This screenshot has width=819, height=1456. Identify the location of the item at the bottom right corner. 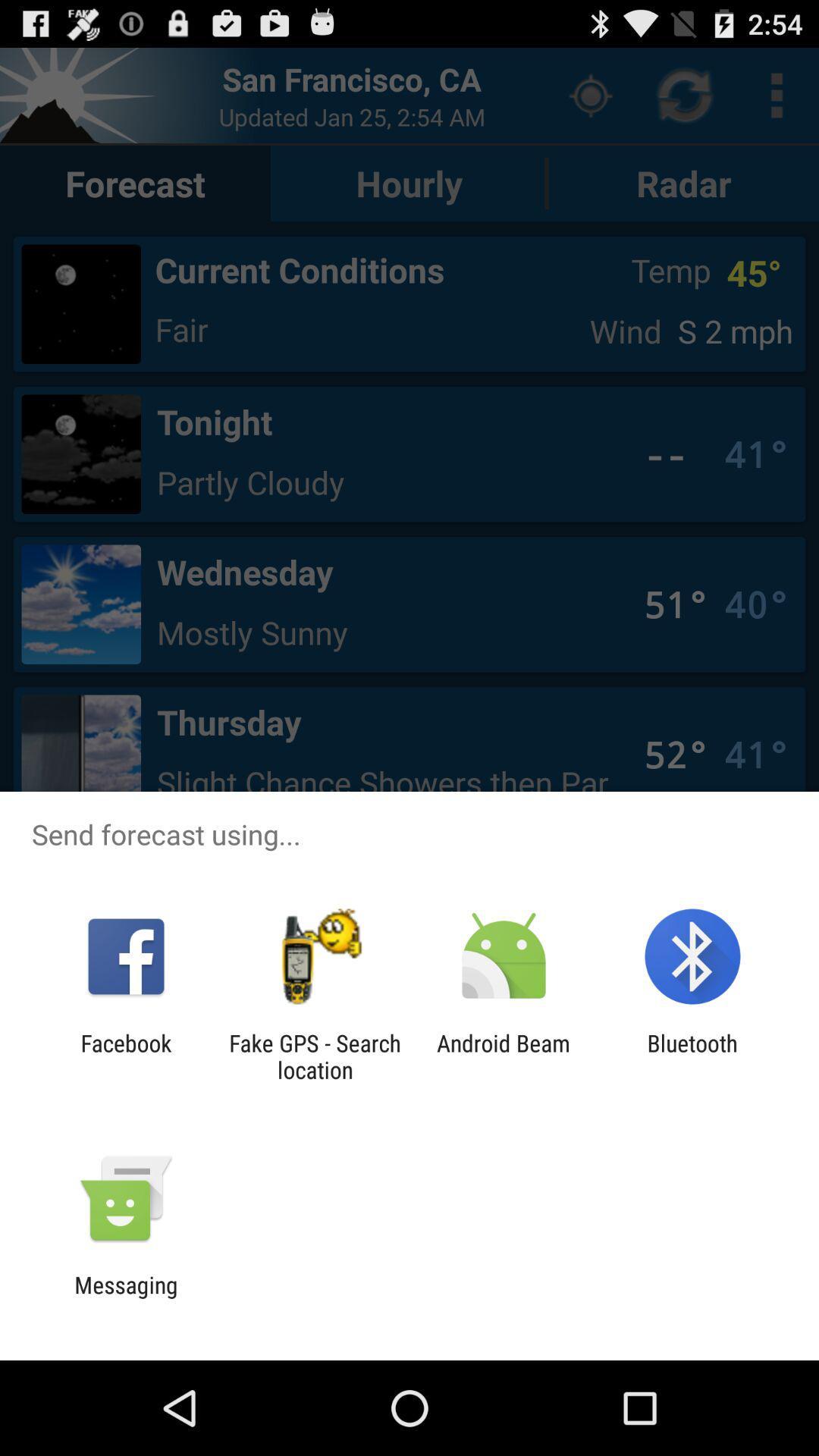
(692, 1056).